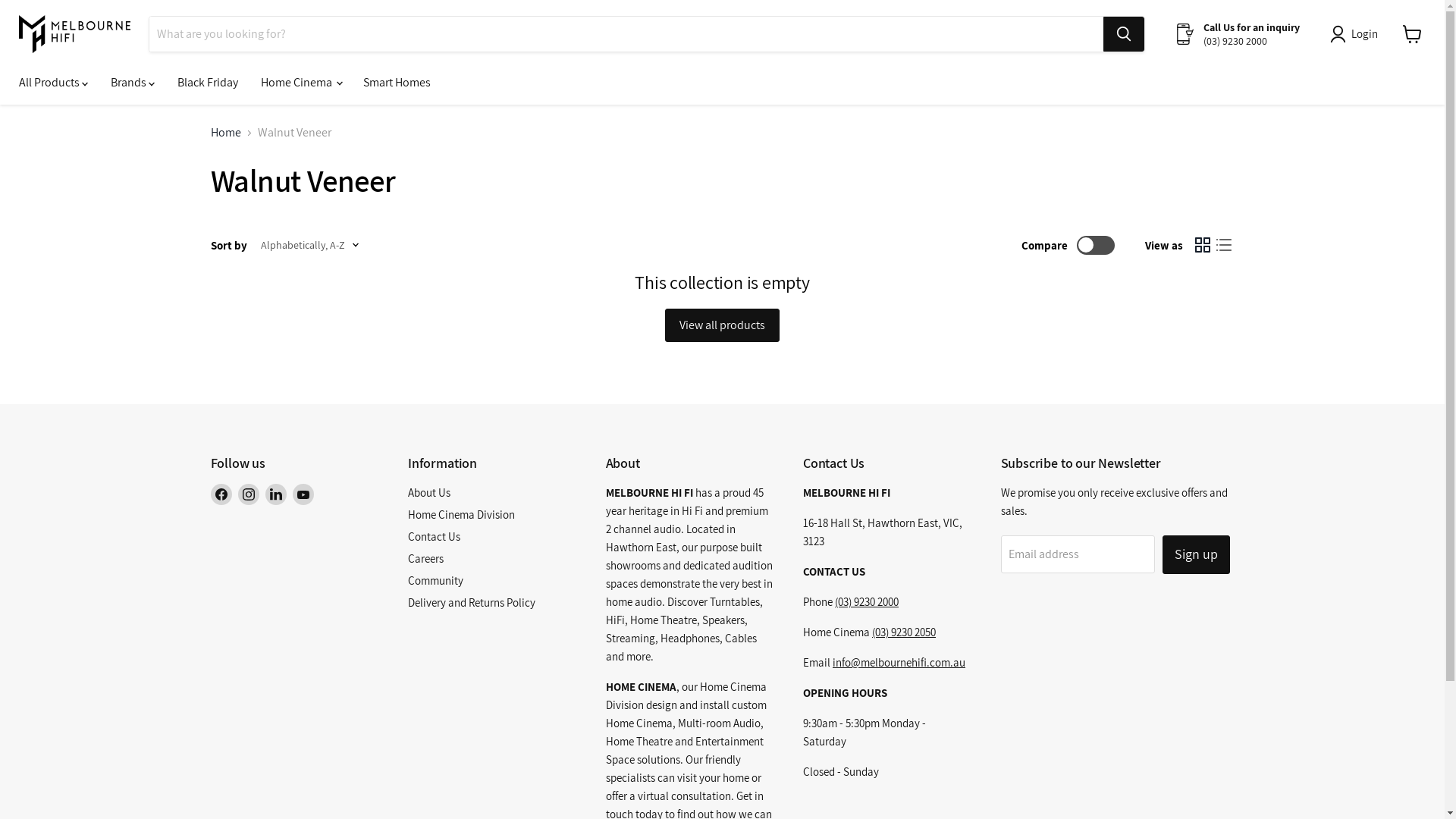  I want to click on 'Login', so click(1357, 34).